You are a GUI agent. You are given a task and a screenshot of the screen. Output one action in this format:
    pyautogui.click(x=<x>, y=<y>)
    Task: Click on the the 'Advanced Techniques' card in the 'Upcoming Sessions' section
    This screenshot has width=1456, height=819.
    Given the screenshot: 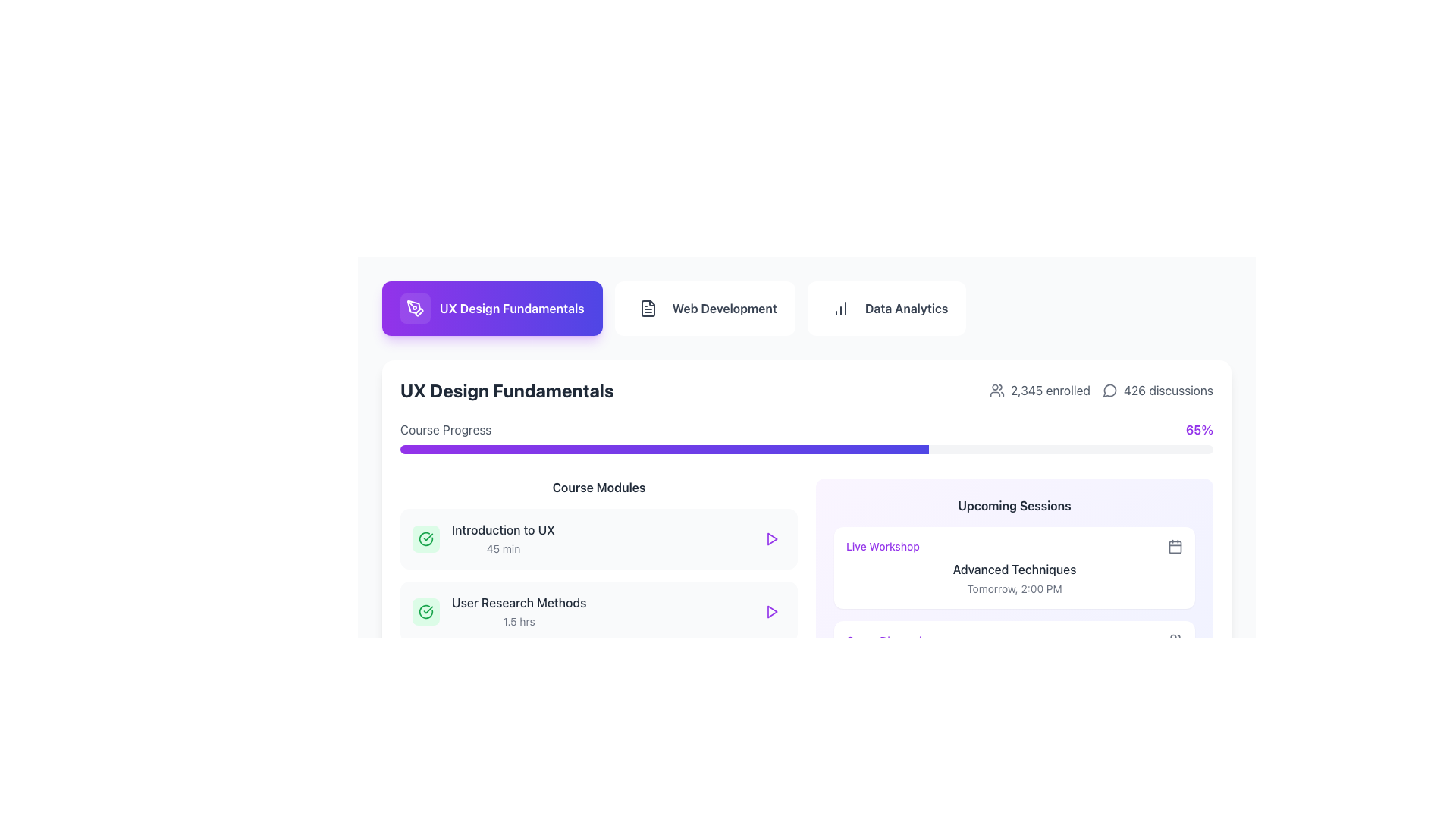 What is the action you would take?
    pyautogui.click(x=1015, y=567)
    